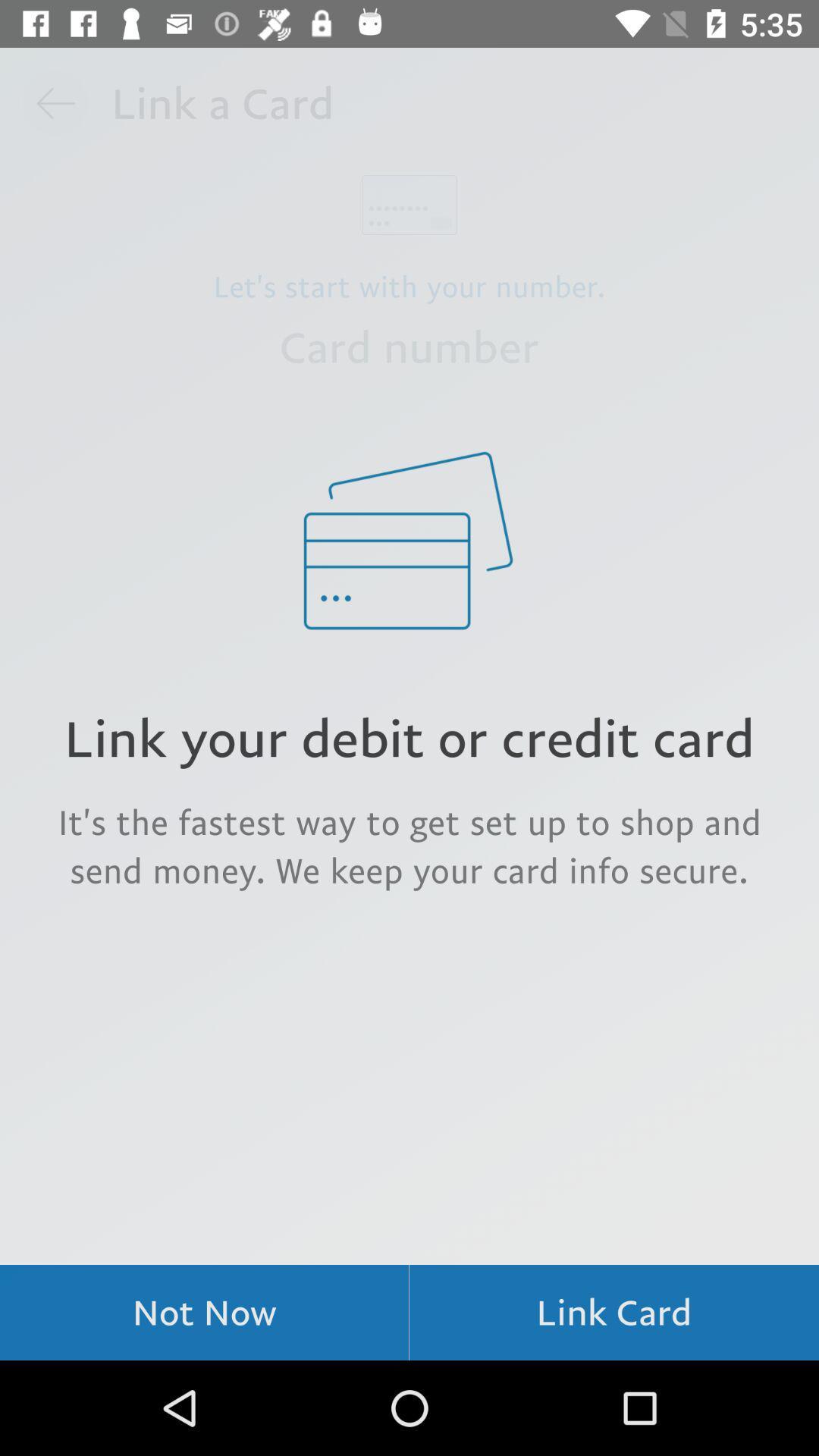 The width and height of the screenshot is (819, 1456). I want to click on item below the it s the icon, so click(203, 1312).